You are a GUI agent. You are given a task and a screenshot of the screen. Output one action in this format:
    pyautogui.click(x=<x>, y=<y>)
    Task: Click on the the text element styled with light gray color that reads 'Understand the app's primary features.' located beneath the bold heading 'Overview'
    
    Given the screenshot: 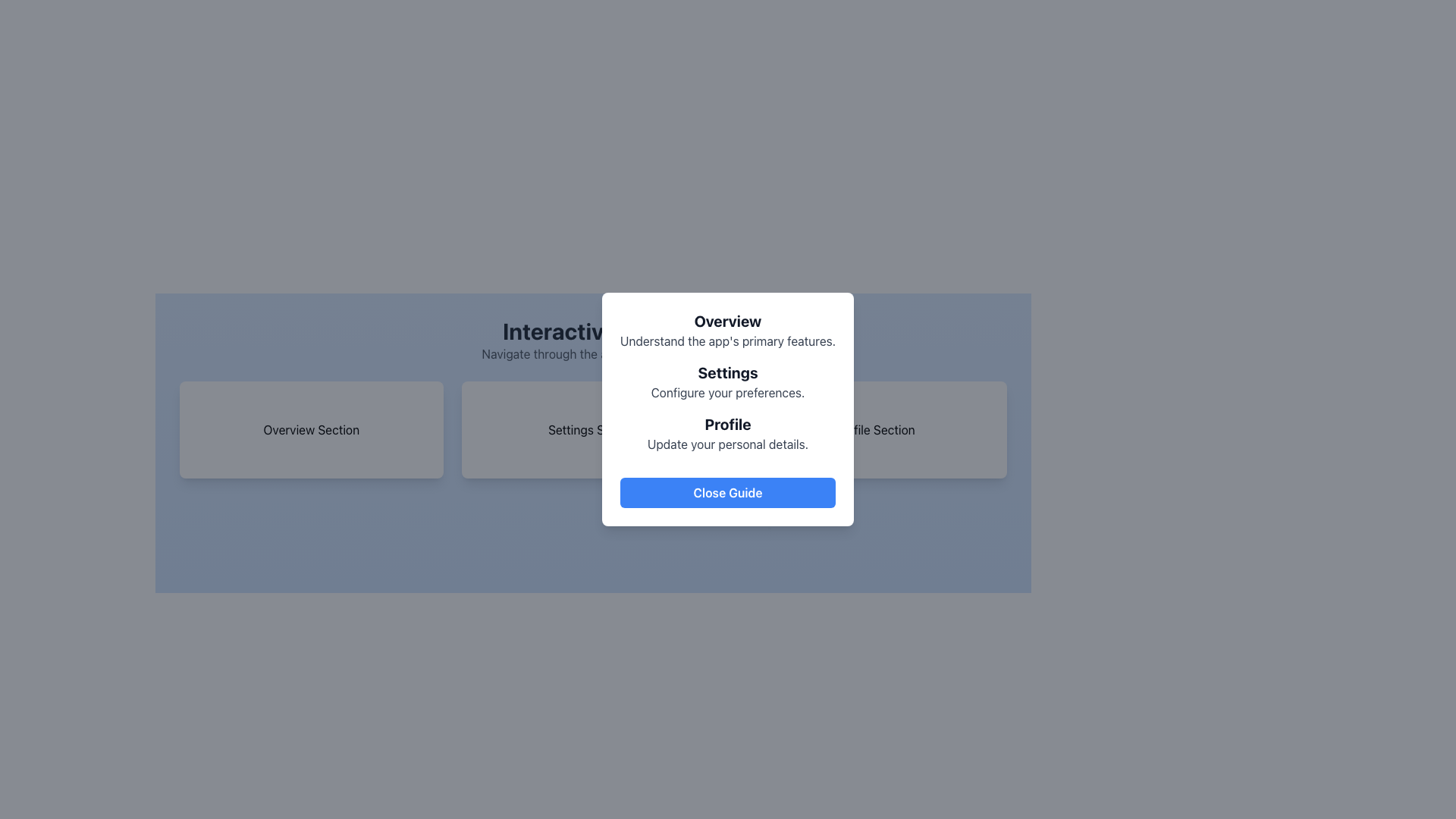 What is the action you would take?
    pyautogui.click(x=728, y=341)
    